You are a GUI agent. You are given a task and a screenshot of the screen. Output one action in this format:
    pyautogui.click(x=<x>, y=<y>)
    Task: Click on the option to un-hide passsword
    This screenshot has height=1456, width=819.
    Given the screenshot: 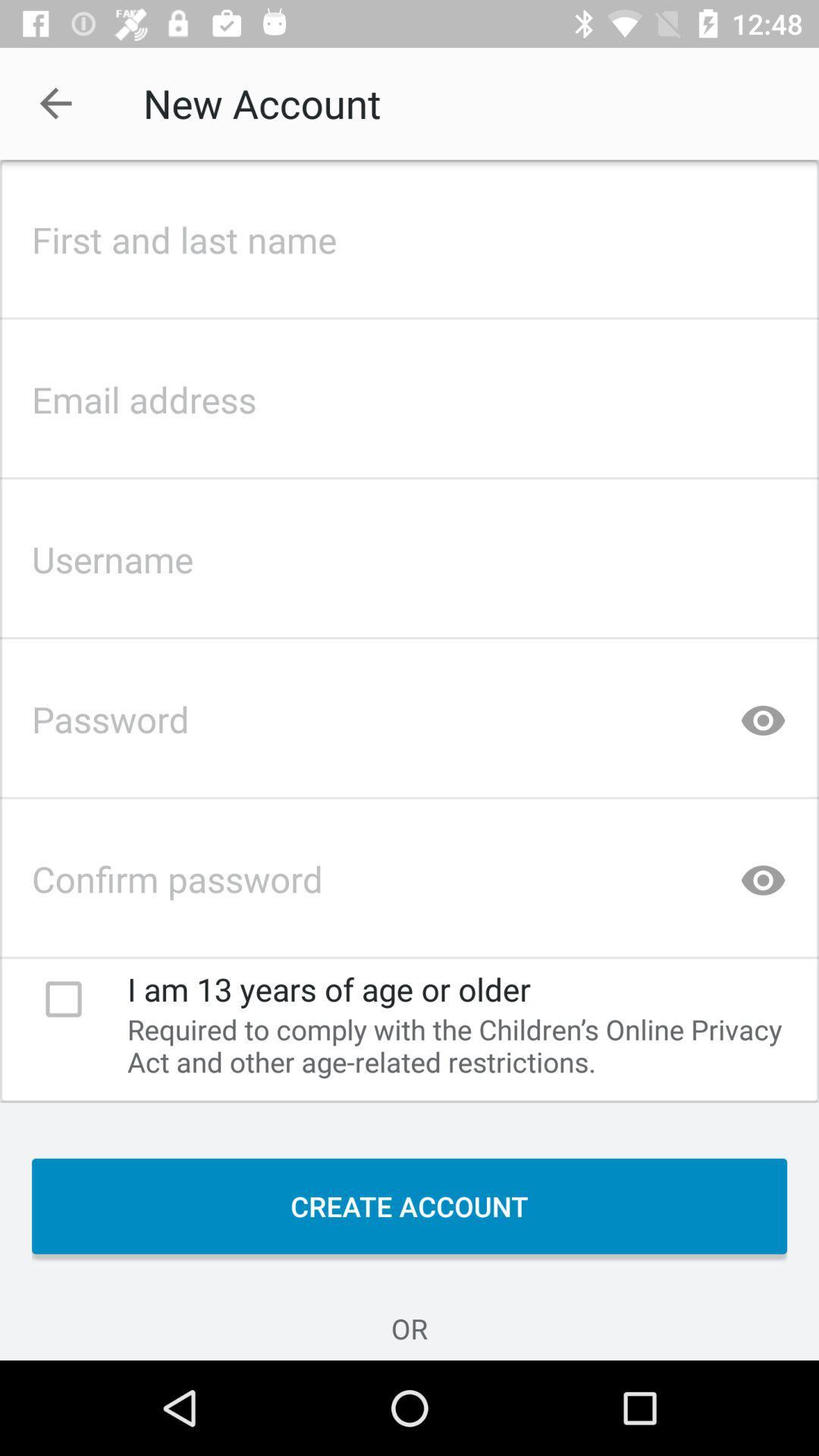 What is the action you would take?
    pyautogui.click(x=763, y=714)
    